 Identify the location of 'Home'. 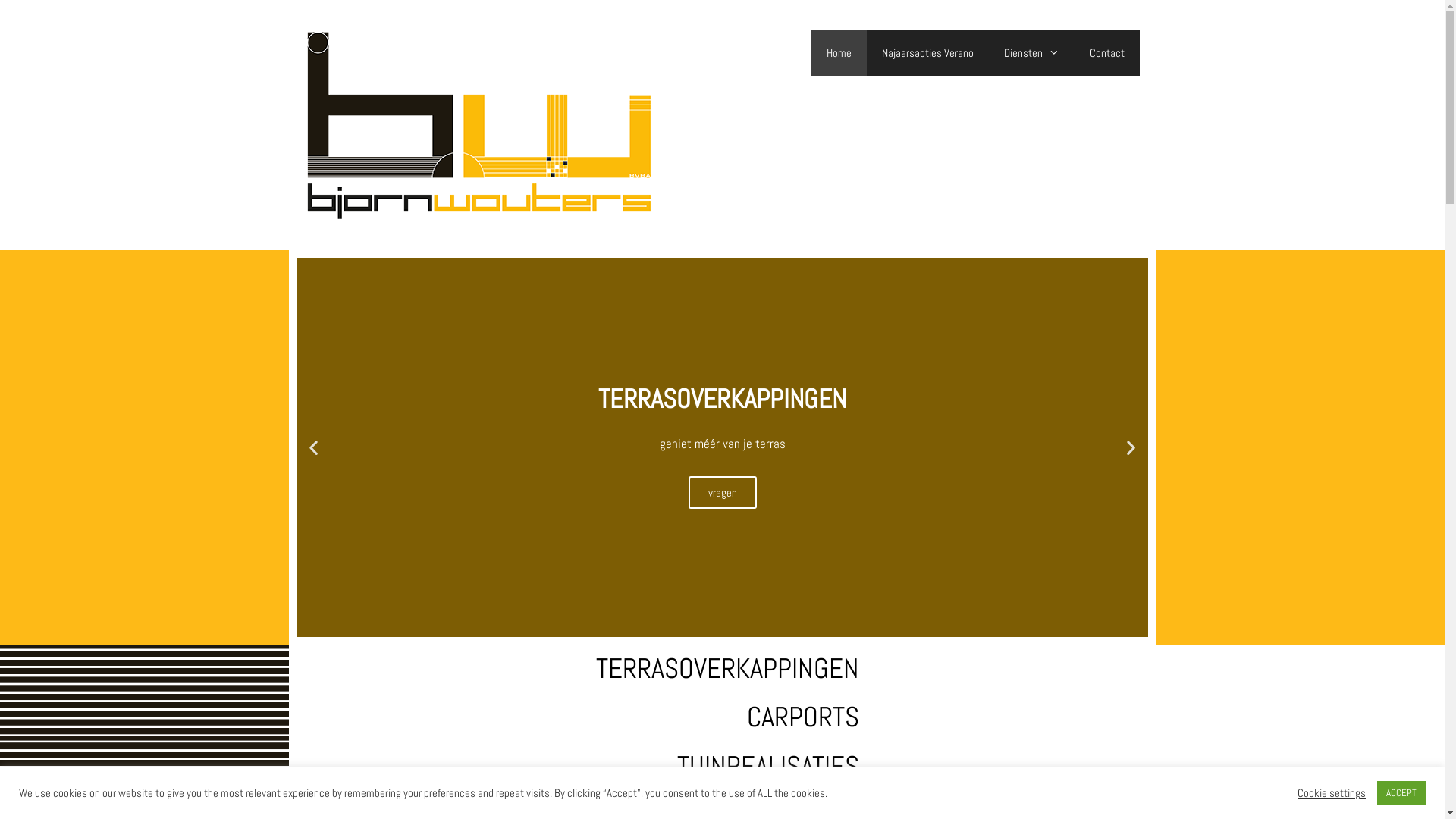
(838, 52).